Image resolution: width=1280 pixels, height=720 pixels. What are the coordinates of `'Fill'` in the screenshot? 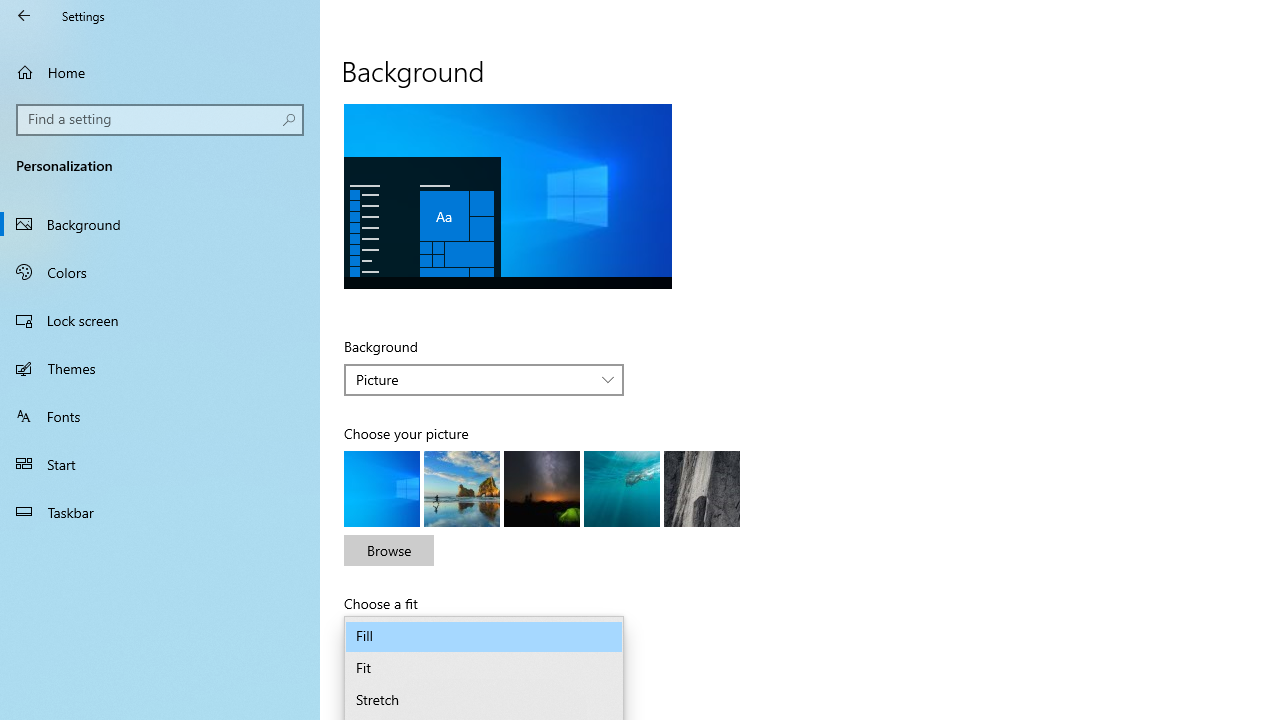 It's located at (484, 636).